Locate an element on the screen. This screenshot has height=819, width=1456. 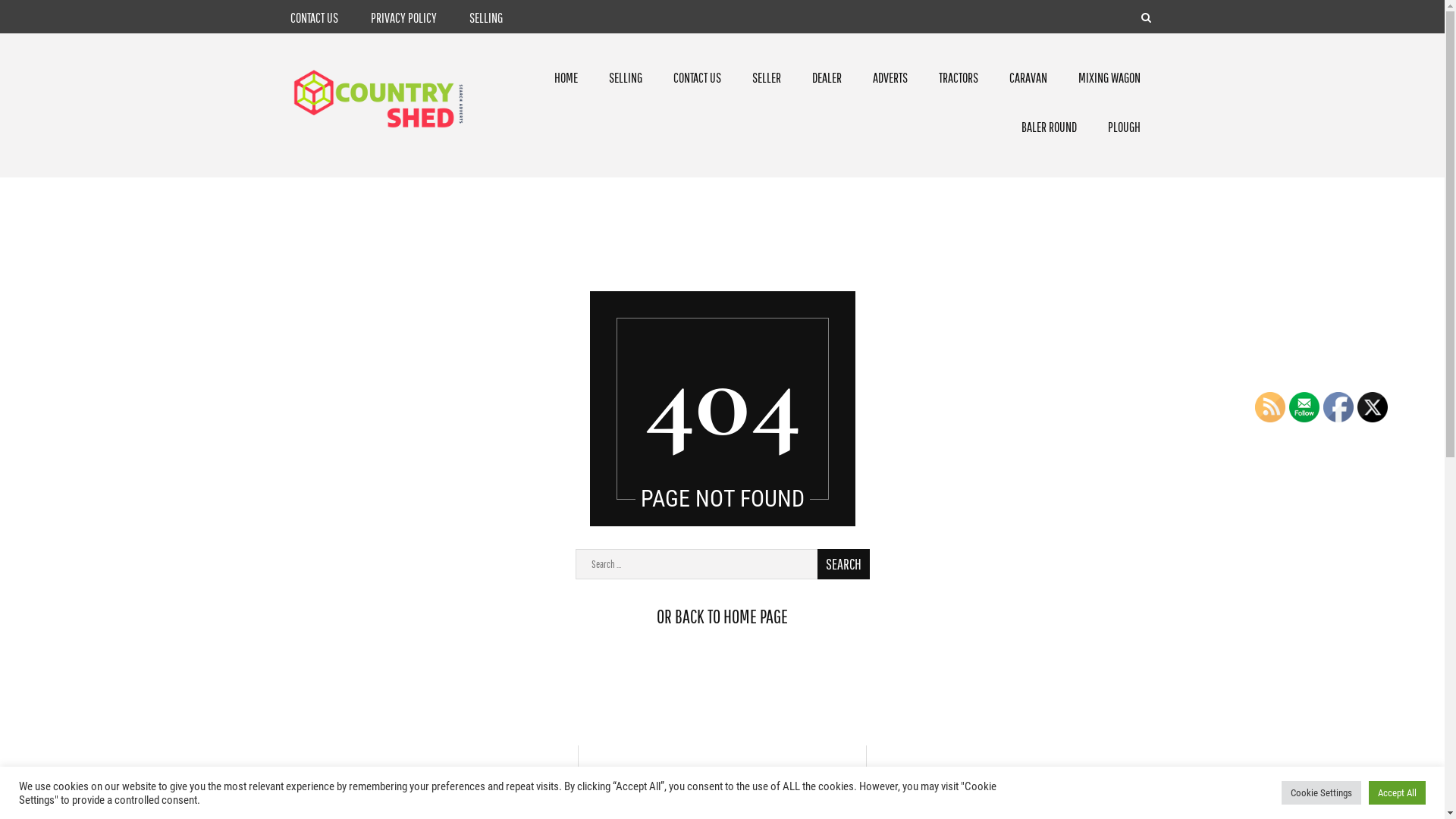
'HOME' is located at coordinates (565, 77).